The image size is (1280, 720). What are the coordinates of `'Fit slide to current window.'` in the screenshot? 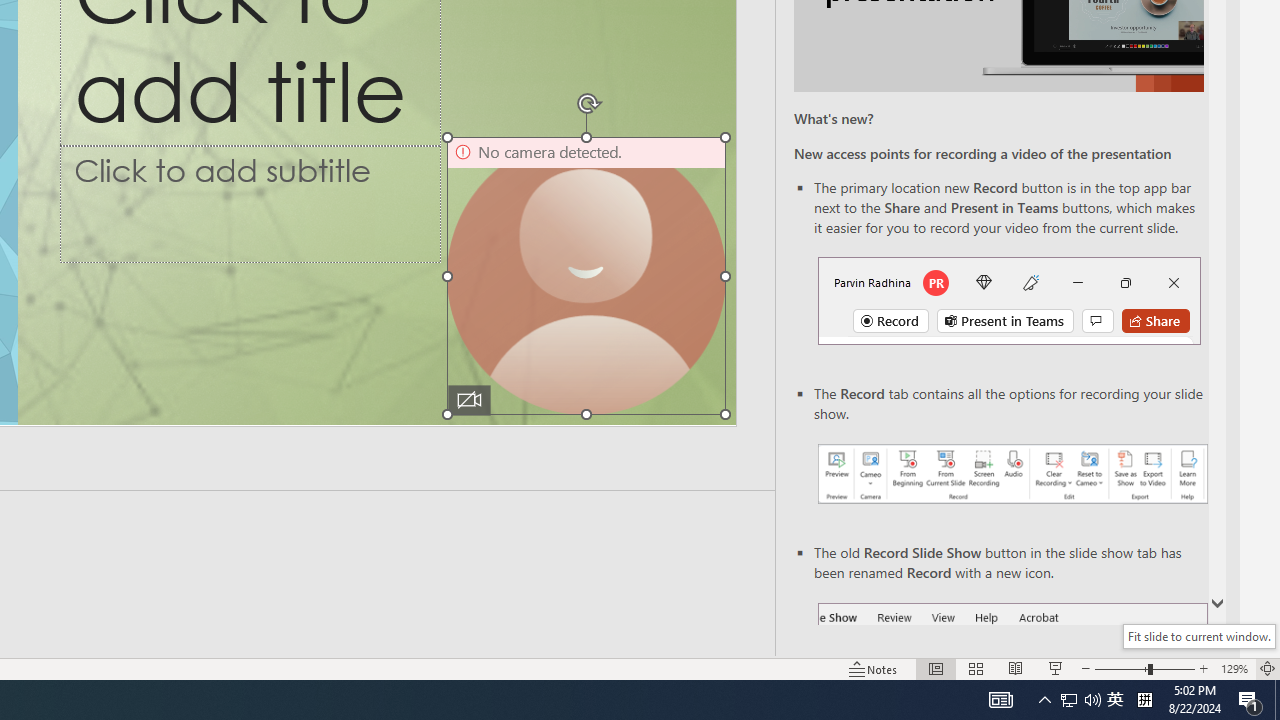 It's located at (1199, 636).